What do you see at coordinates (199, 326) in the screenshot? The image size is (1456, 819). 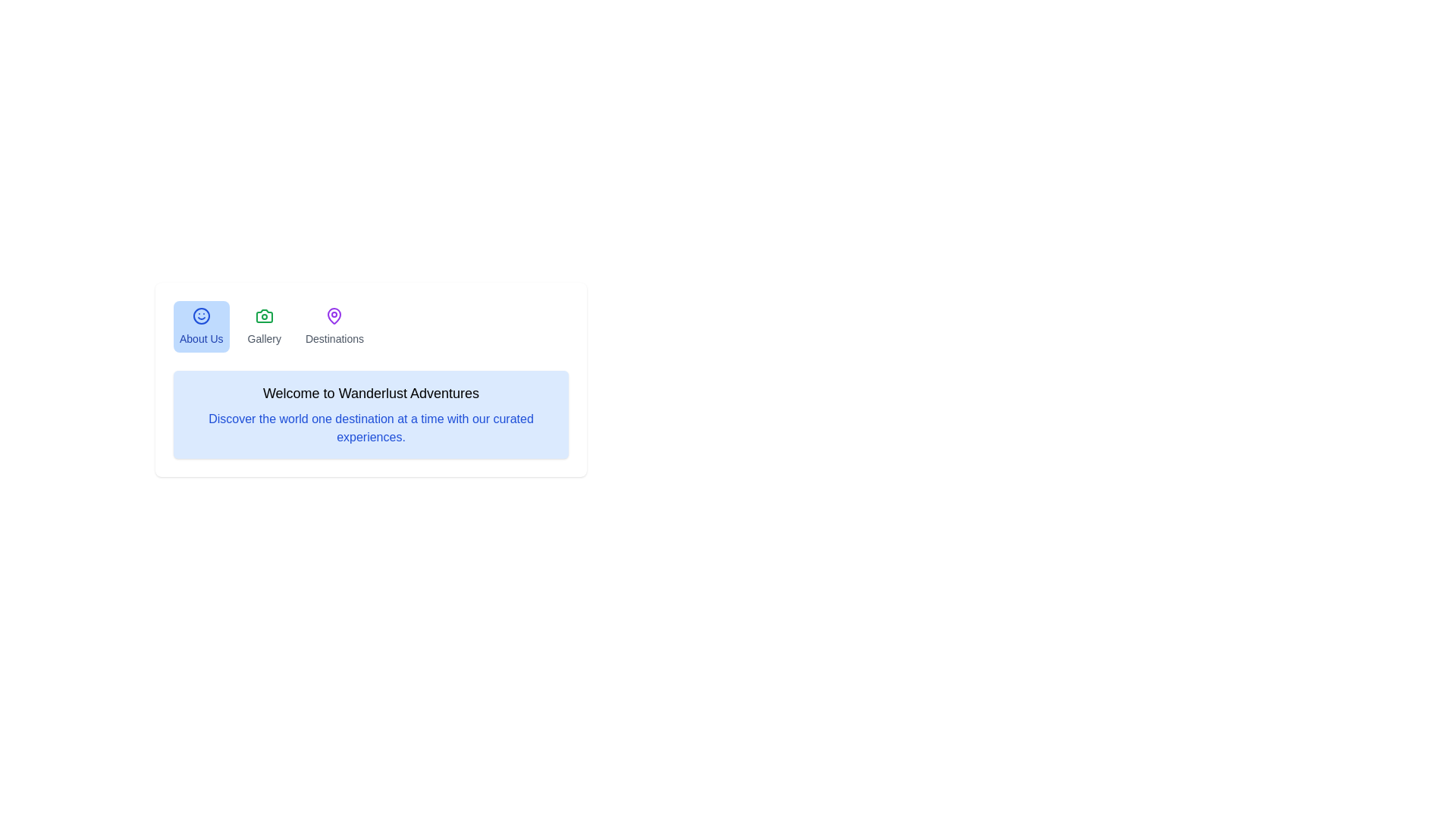 I see `the About Us tab` at bounding box center [199, 326].